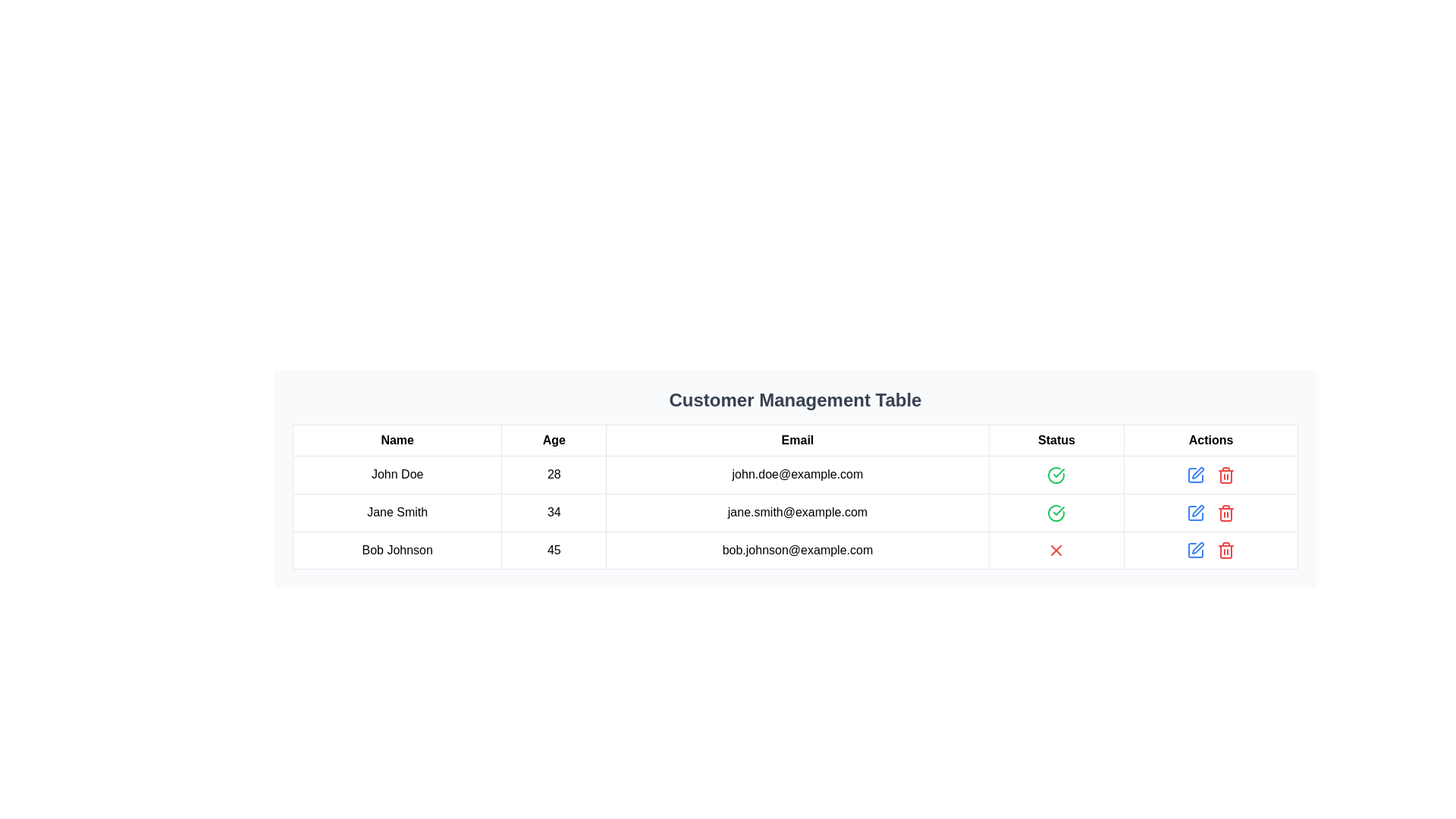 The width and height of the screenshot is (1456, 819). What do you see at coordinates (1058, 472) in the screenshot?
I see `the center of the checkmark icon representing the completed status for user 'Jane Smith' in the Customer Management Table's Status column` at bounding box center [1058, 472].